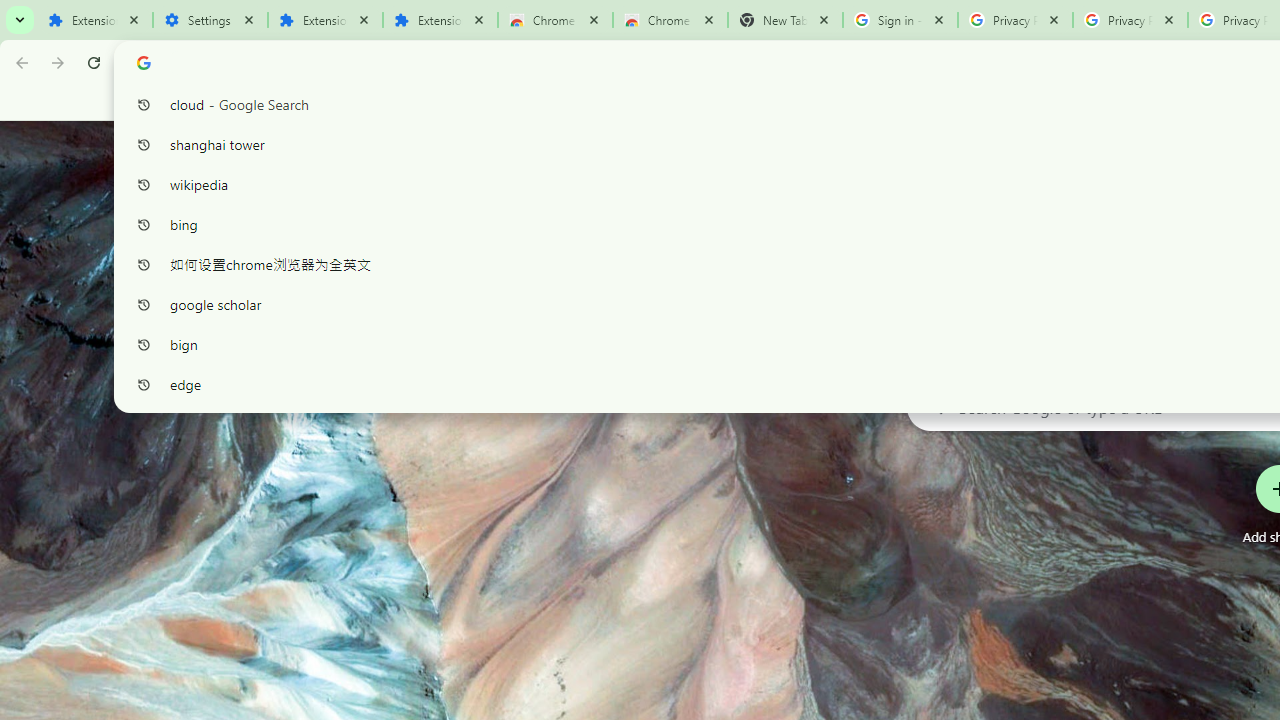 The height and width of the screenshot is (720, 1280). I want to click on 'New Tab', so click(784, 20).